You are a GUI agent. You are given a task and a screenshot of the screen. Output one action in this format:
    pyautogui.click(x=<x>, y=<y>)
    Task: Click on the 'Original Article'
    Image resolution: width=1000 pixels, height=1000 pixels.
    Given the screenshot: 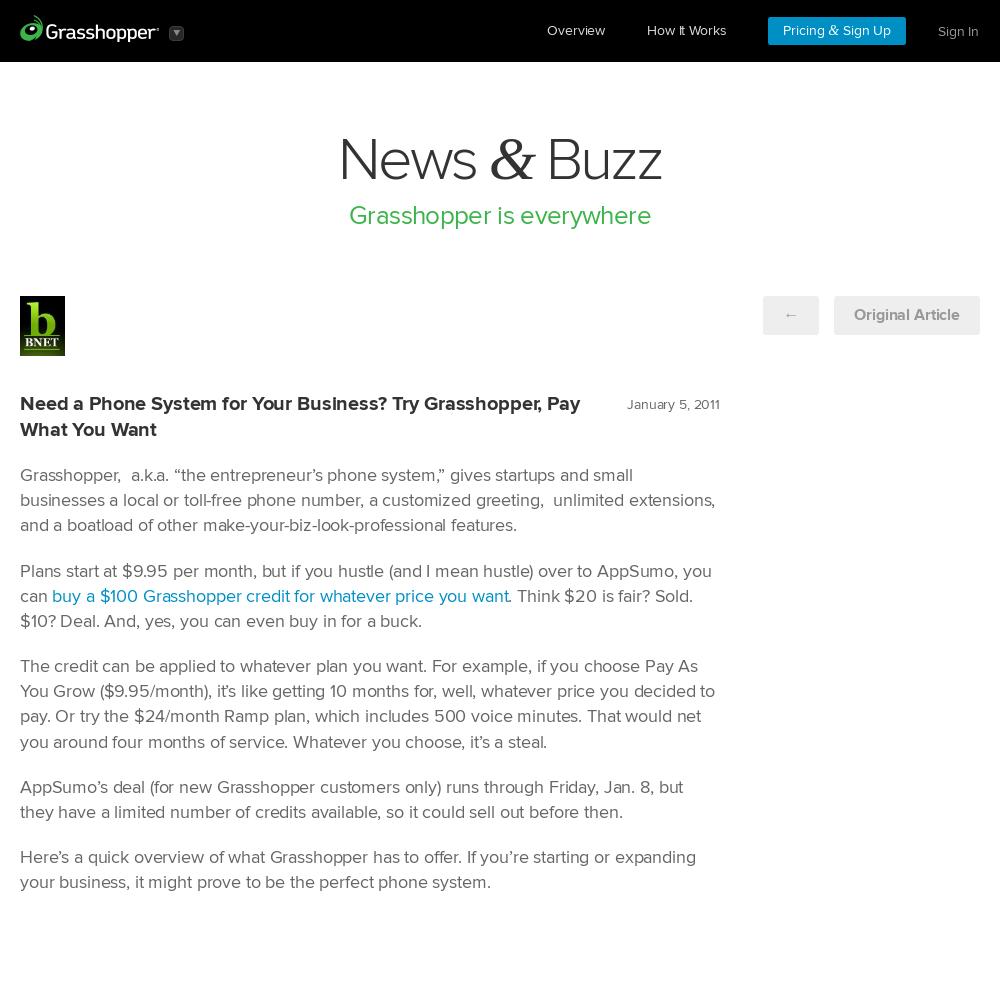 What is the action you would take?
    pyautogui.click(x=907, y=314)
    